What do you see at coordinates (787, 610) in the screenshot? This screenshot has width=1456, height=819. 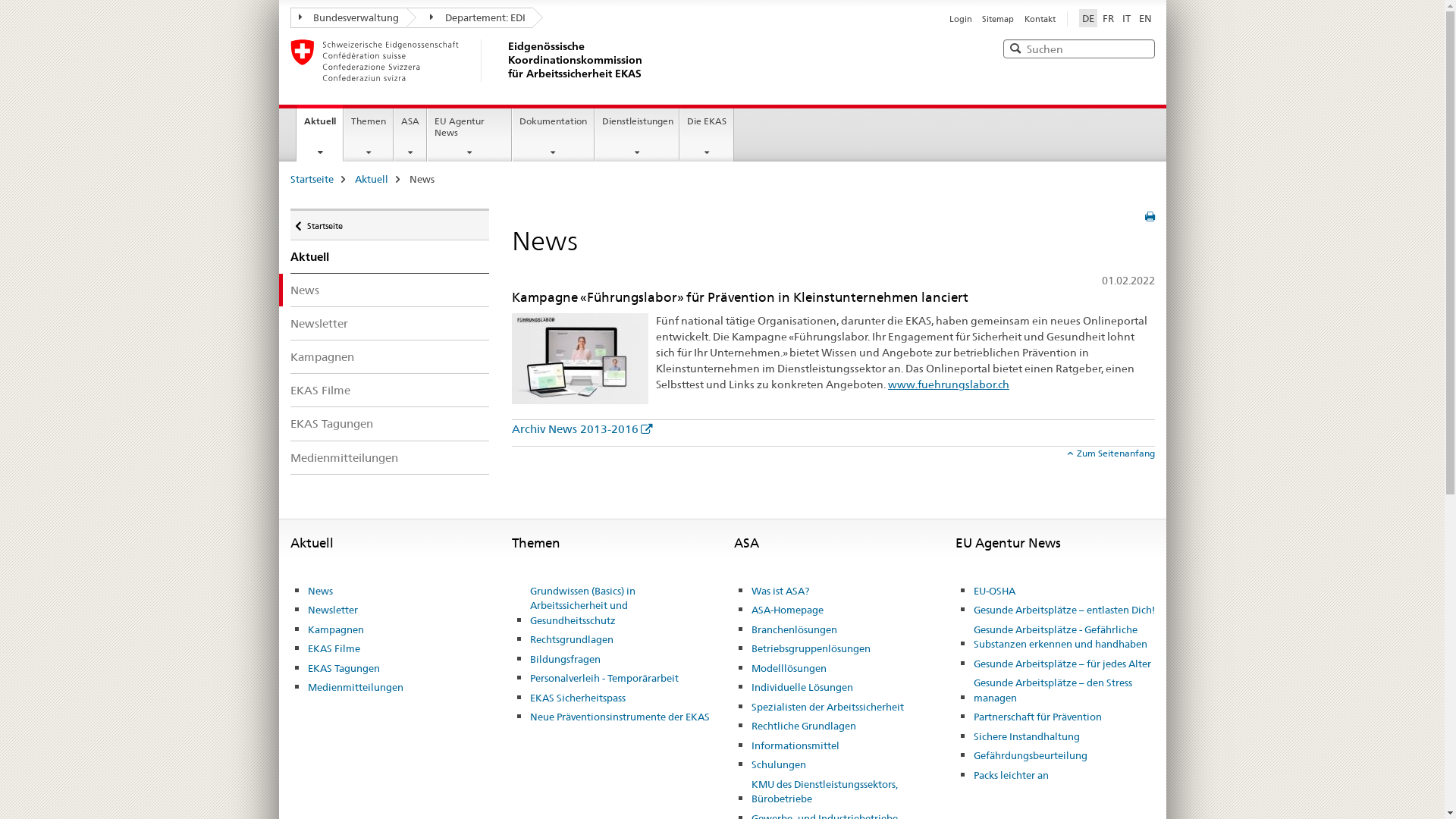 I see `'ASA-Homepage'` at bounding box center [787, 610].